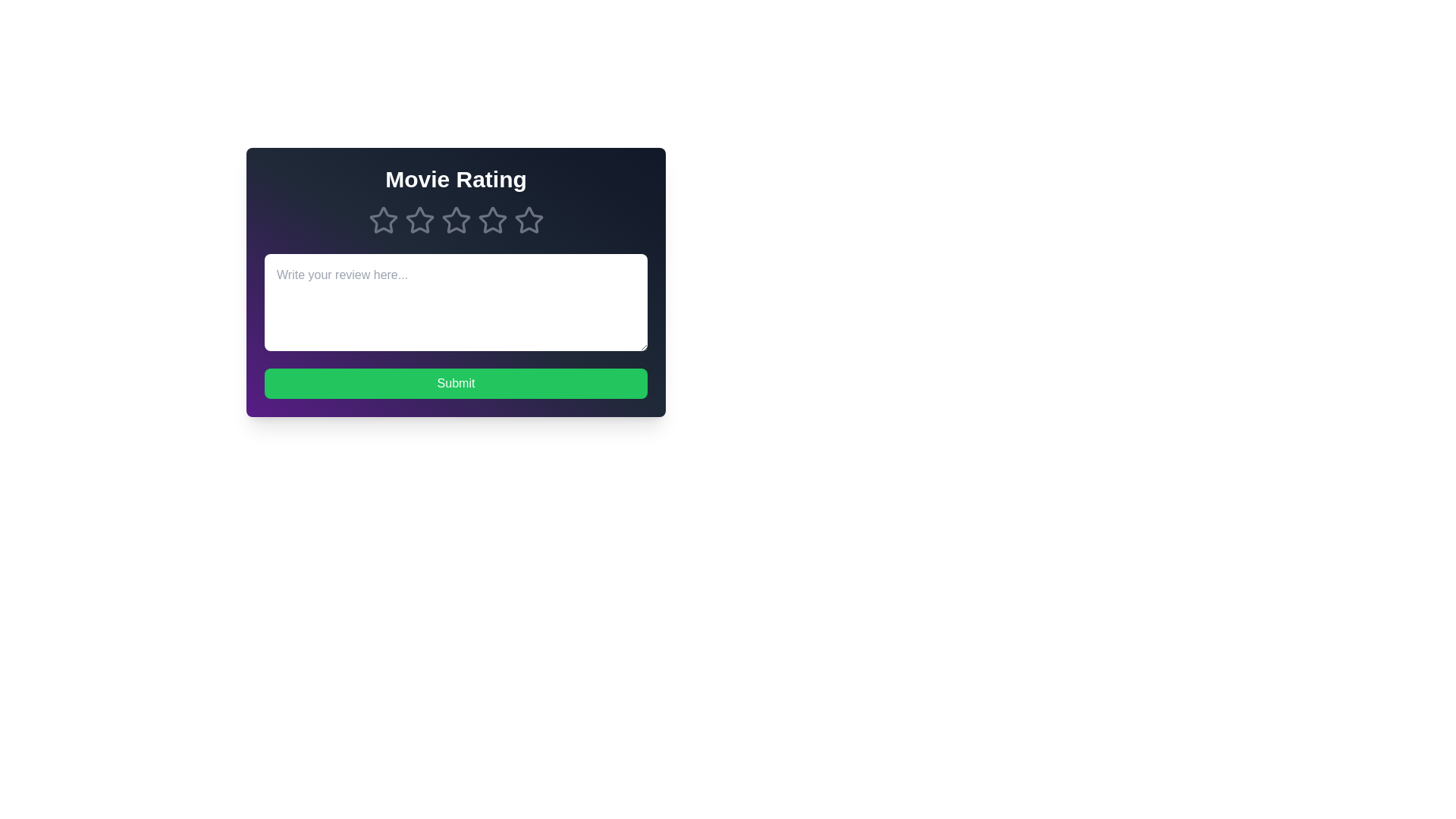  Describe the element at coordinates (383, 220) in the screenshot. I see `the star corresponding to 1 stars to preview the rating` at that location.